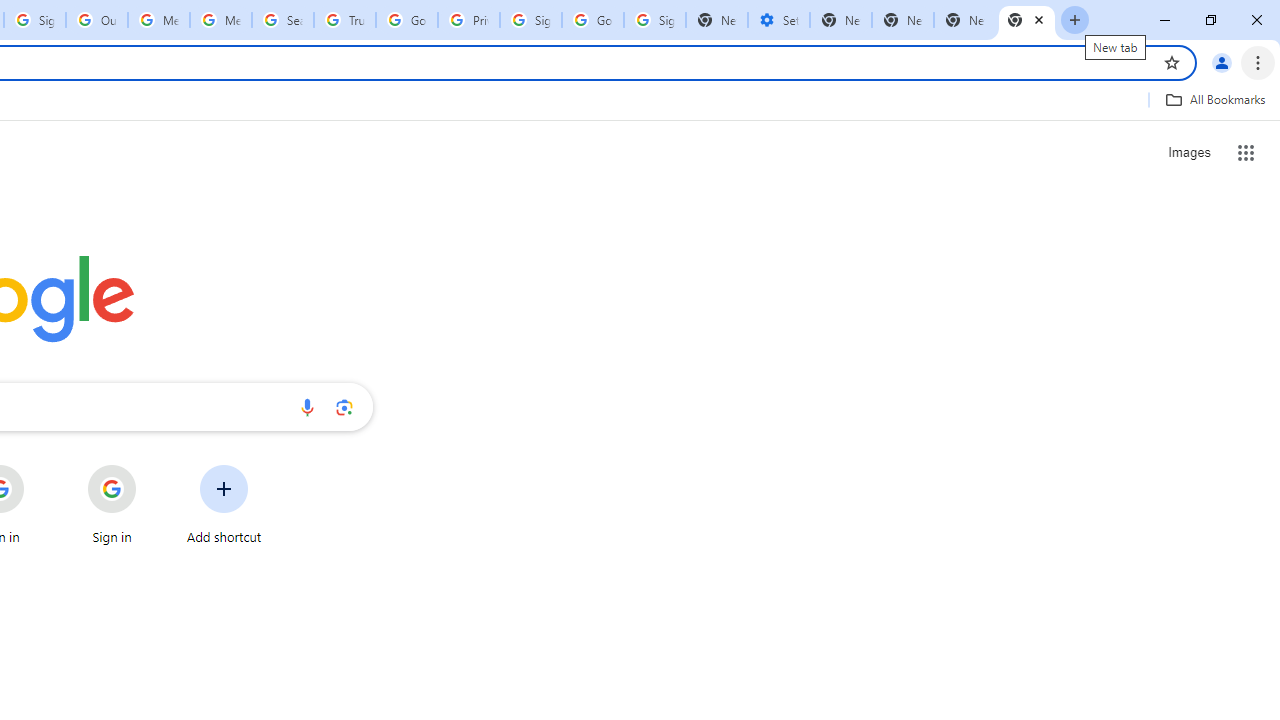 The image size is (1280, 720). What do you see at coordinates (281, 20) in the screenshot?
I see `'Search our Doodle Library Collection - Google Doodles'` at bounding box center [281, 20].